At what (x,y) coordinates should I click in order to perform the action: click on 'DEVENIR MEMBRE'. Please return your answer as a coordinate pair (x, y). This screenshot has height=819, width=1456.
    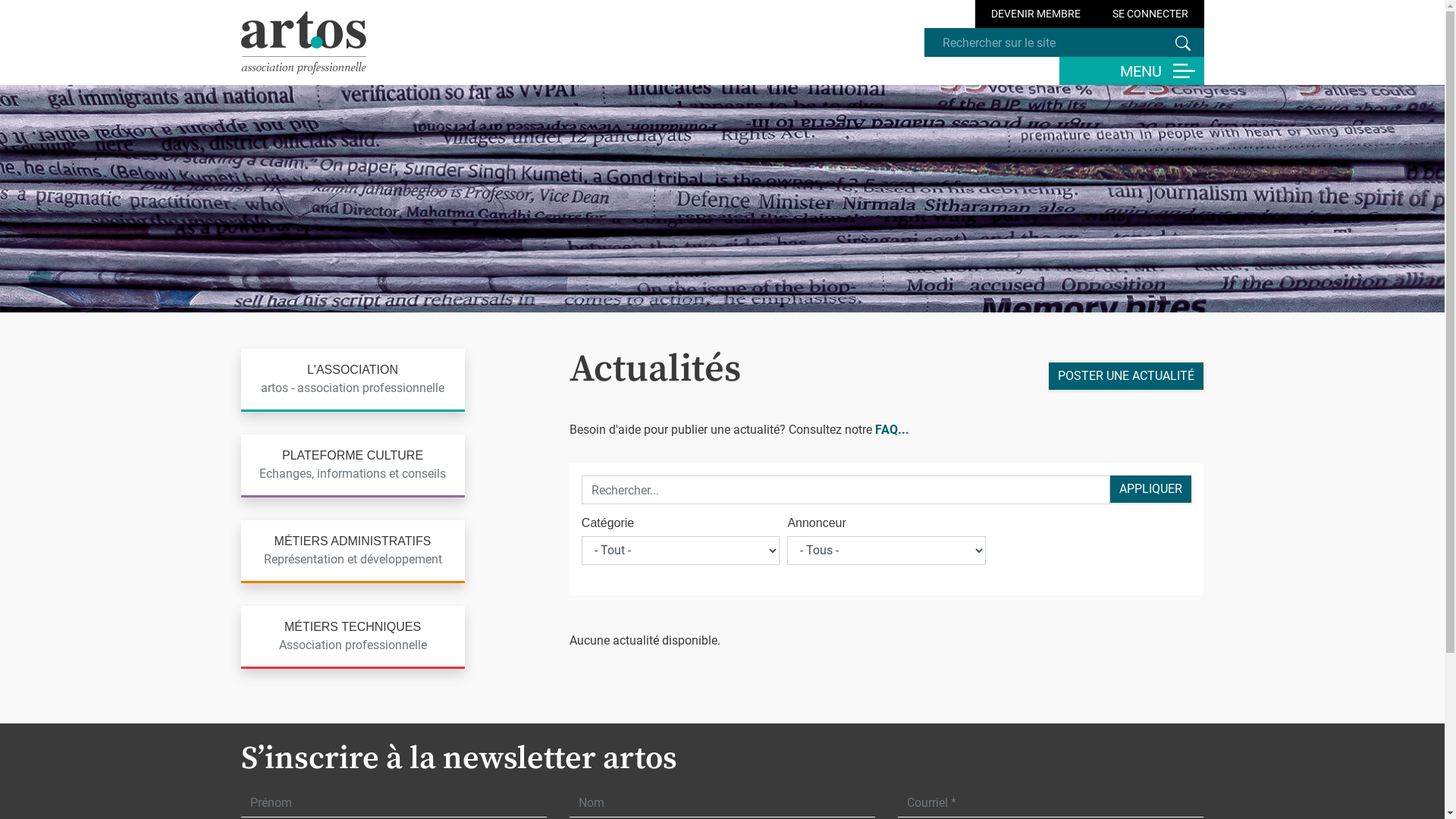
    Looking at the image, I should click on (975, 14).